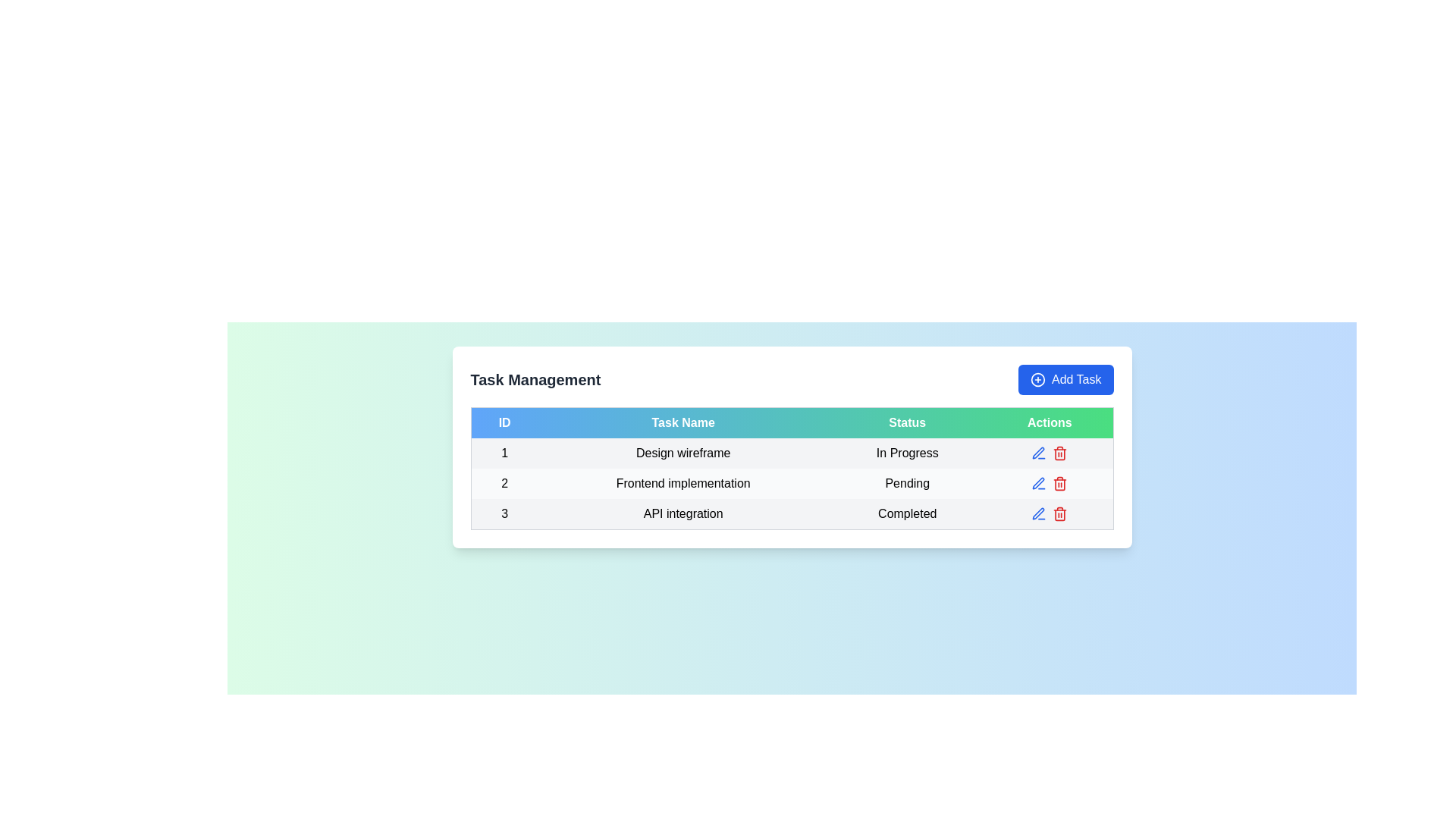 The image size is (1456, 819). I want to click on the 'Task Name' text label in the header row of the table, which is visually distinguished by its blue to green background and positioned between 'ID' and 'Status', so click(682, 422).